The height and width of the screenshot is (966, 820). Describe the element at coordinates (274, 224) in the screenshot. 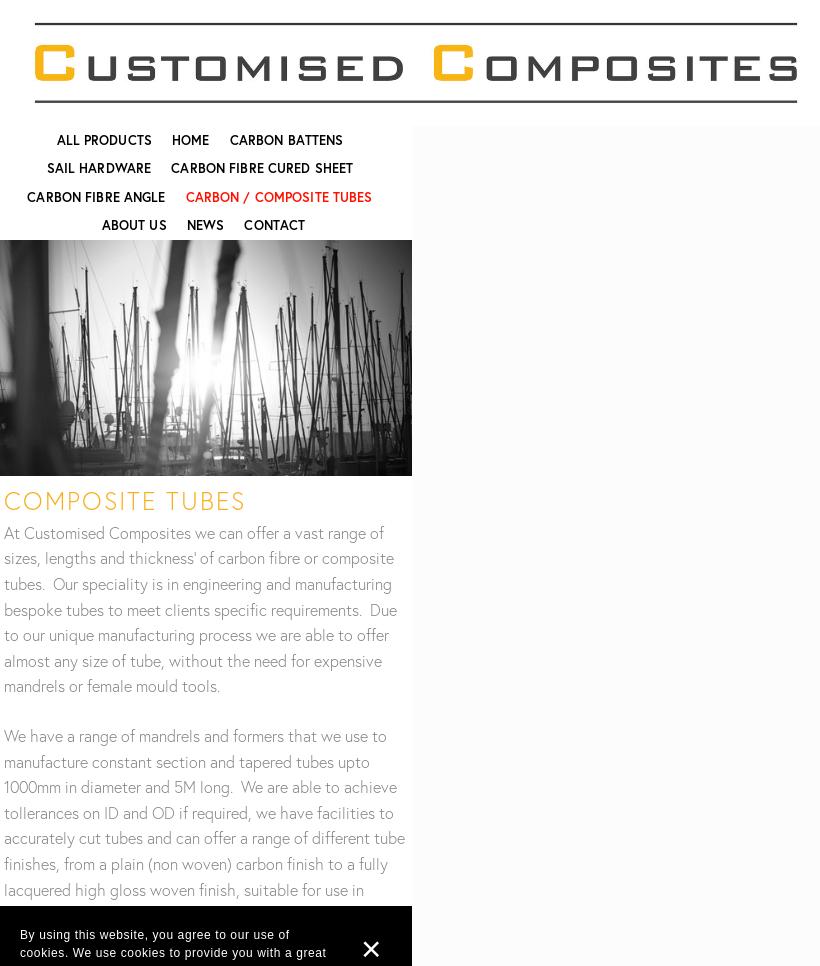

I see `'Contact'` at that location.